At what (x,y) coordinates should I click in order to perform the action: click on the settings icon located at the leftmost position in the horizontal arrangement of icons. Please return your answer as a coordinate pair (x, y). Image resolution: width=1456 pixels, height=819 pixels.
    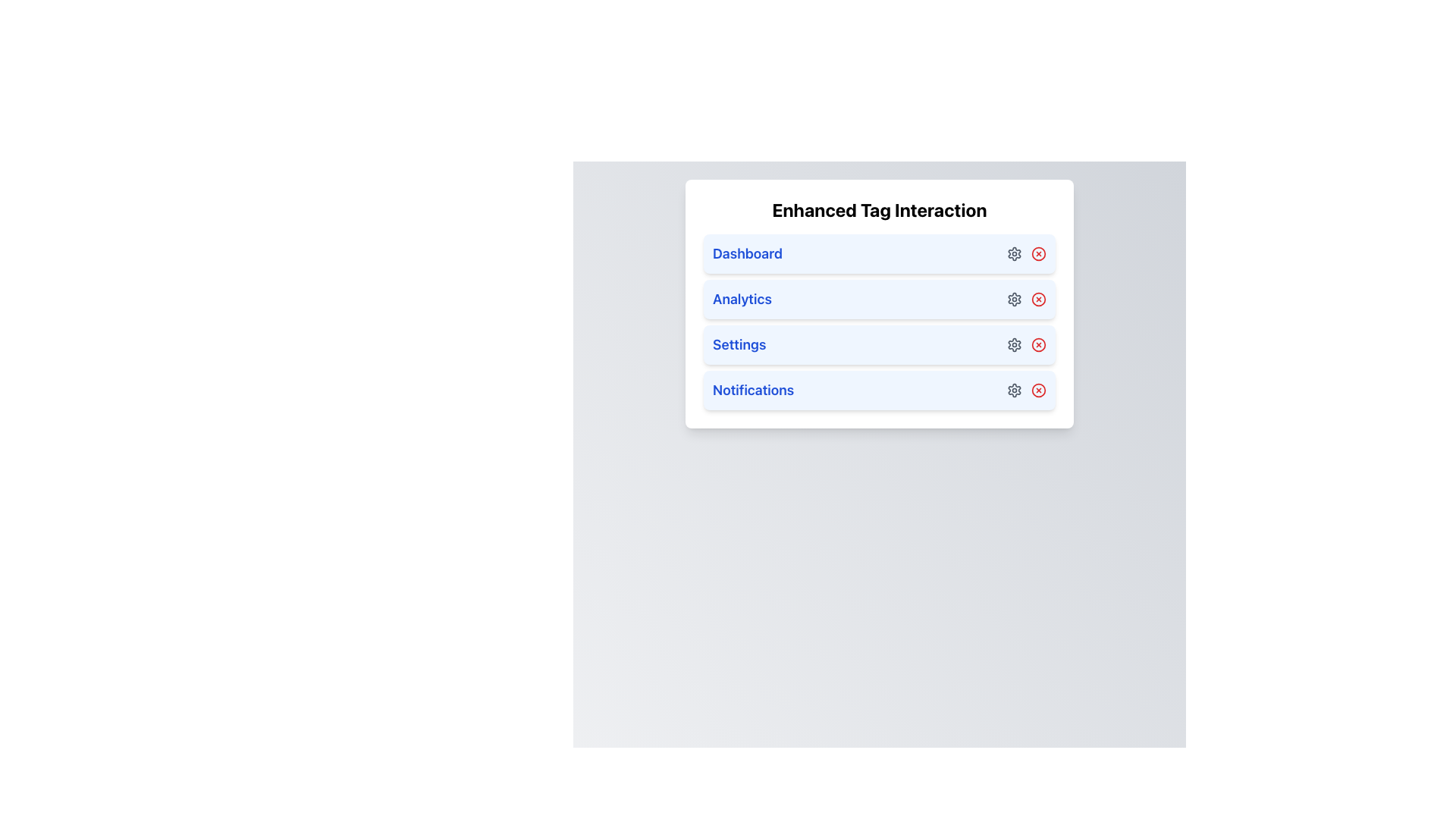
    Looking at the image, I should click on (1015, 345).